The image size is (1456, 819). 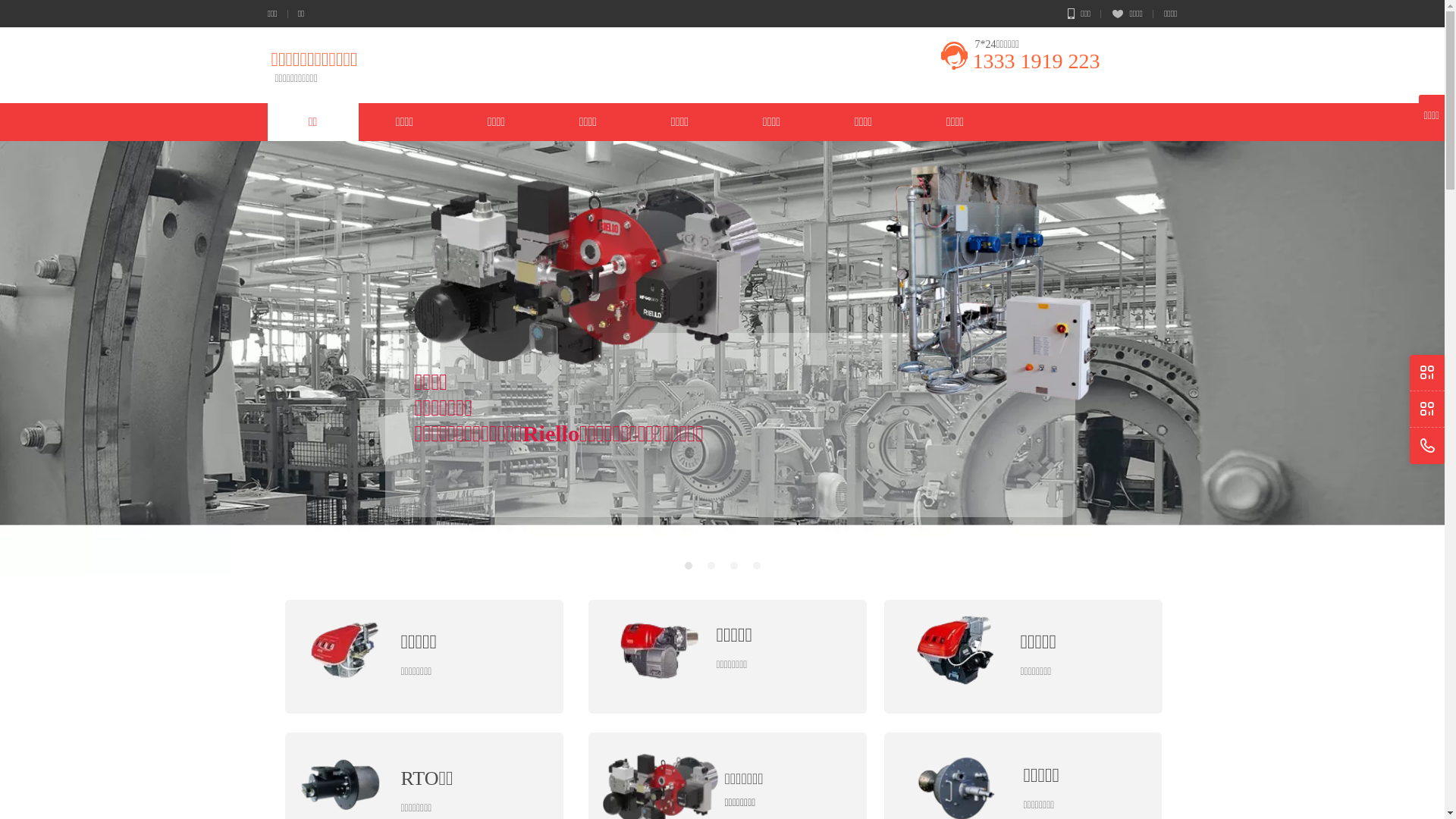 I want to click on '1333 1919 223', so click(x=1035, y=60).